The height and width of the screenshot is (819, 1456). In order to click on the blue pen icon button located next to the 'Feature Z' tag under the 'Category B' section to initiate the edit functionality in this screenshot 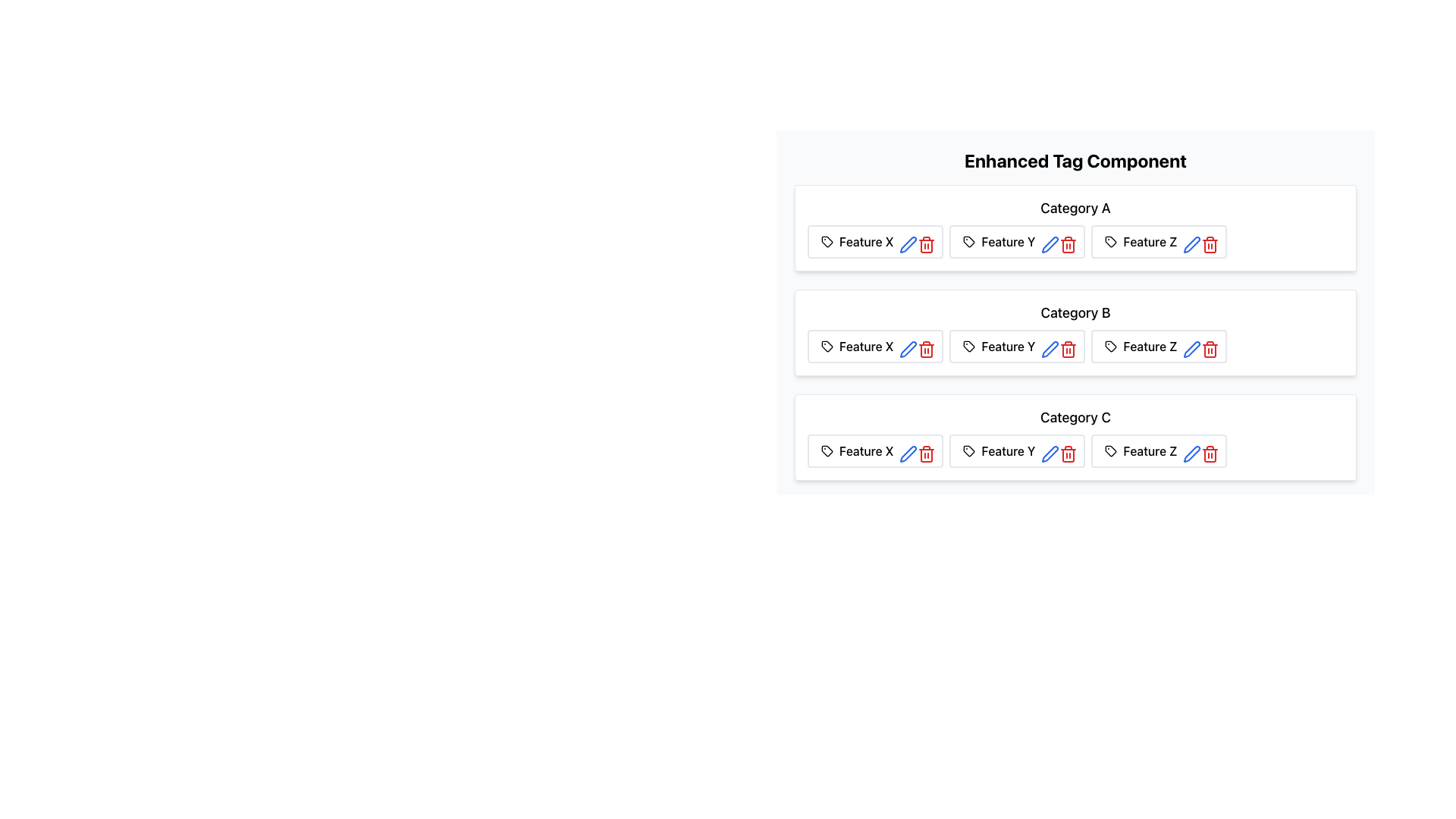, I will do `click(1191, 453)`.